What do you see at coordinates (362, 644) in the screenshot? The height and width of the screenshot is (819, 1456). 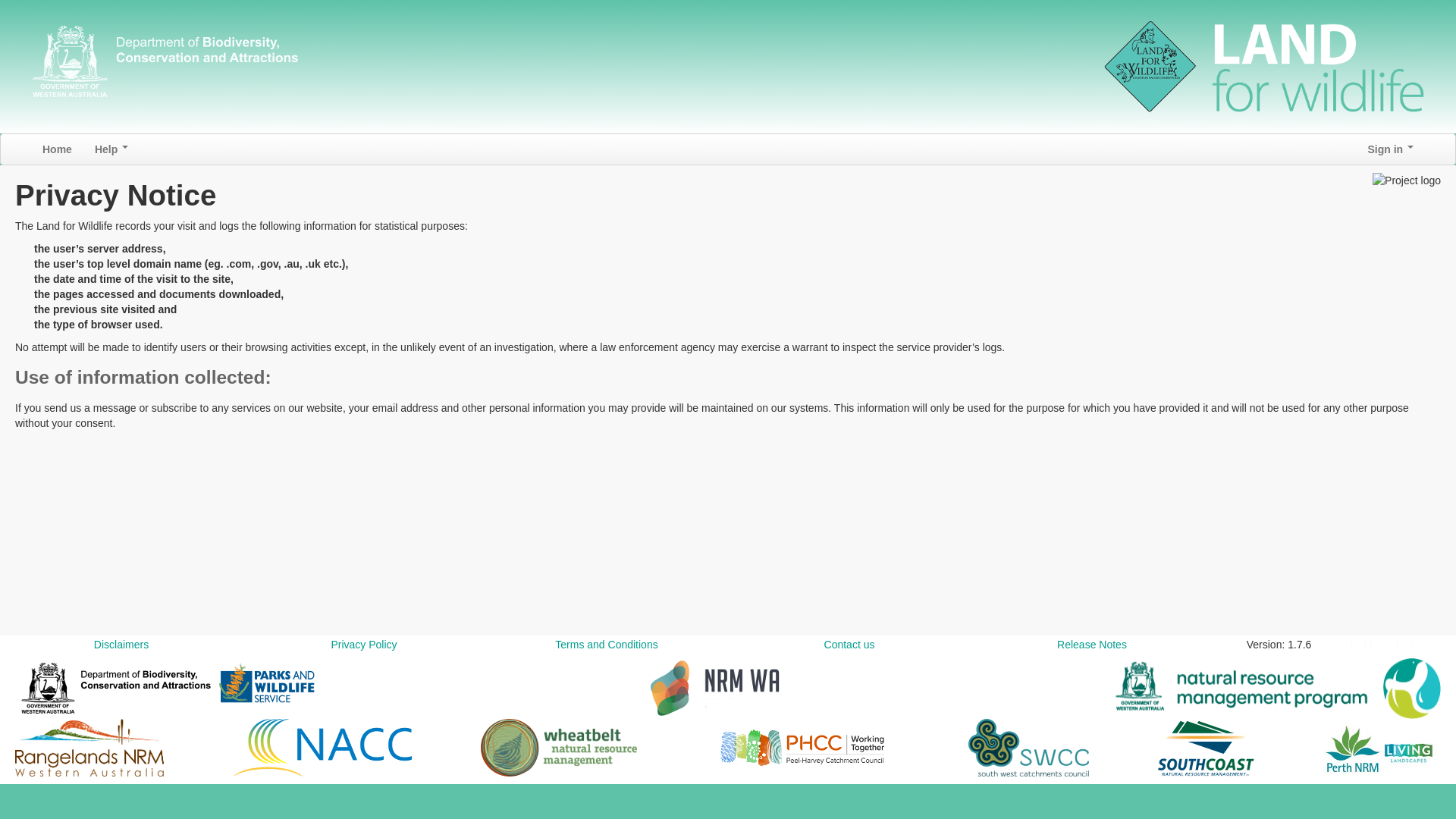 I see `'Privacy Policy'` at bounding box center [362, 644].